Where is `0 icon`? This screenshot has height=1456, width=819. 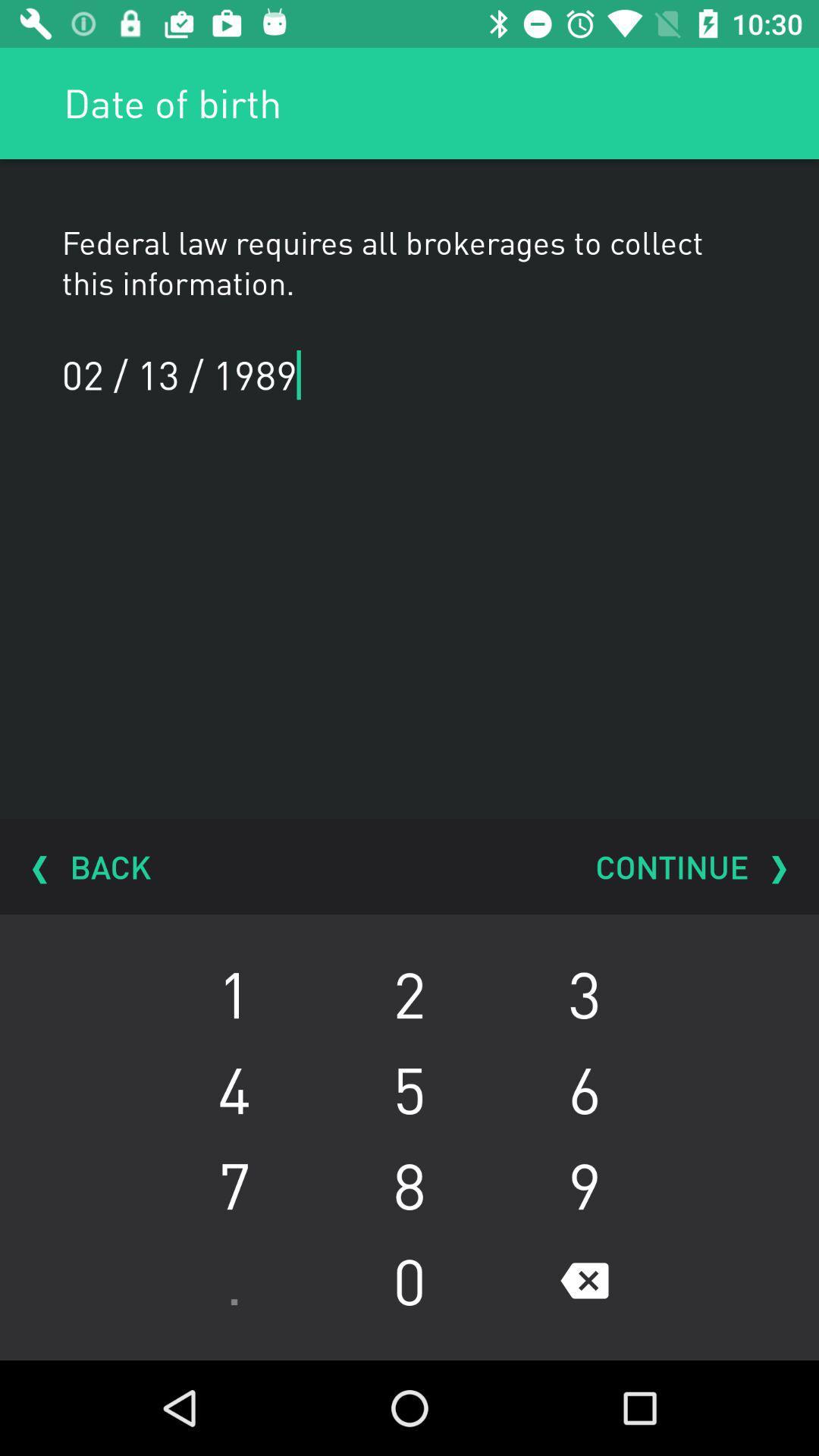
0 icon is located at coordinates (409, 1280).